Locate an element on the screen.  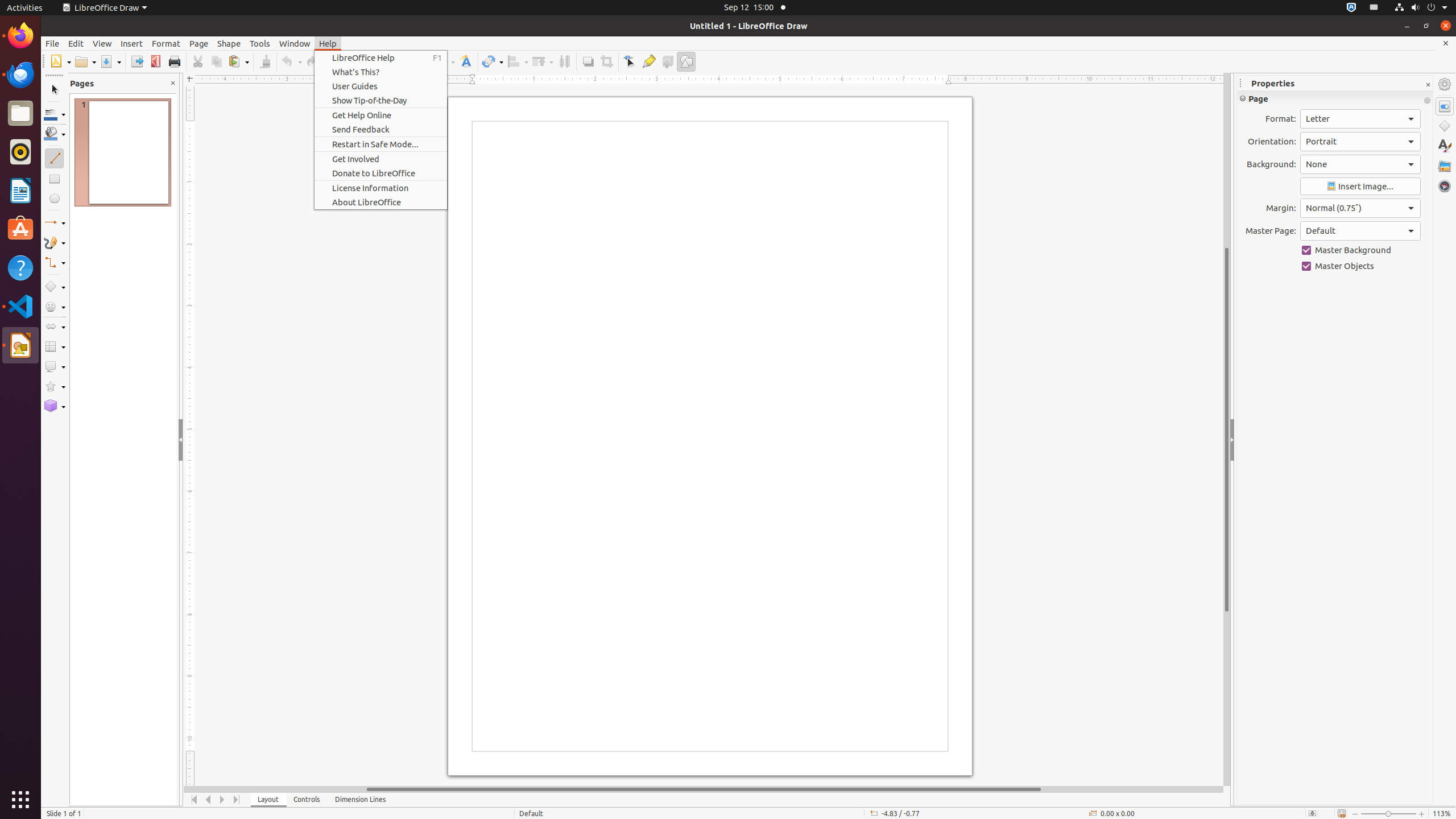
':1.21/StatusNotifierItem' is located at coordinates (1373, 7).